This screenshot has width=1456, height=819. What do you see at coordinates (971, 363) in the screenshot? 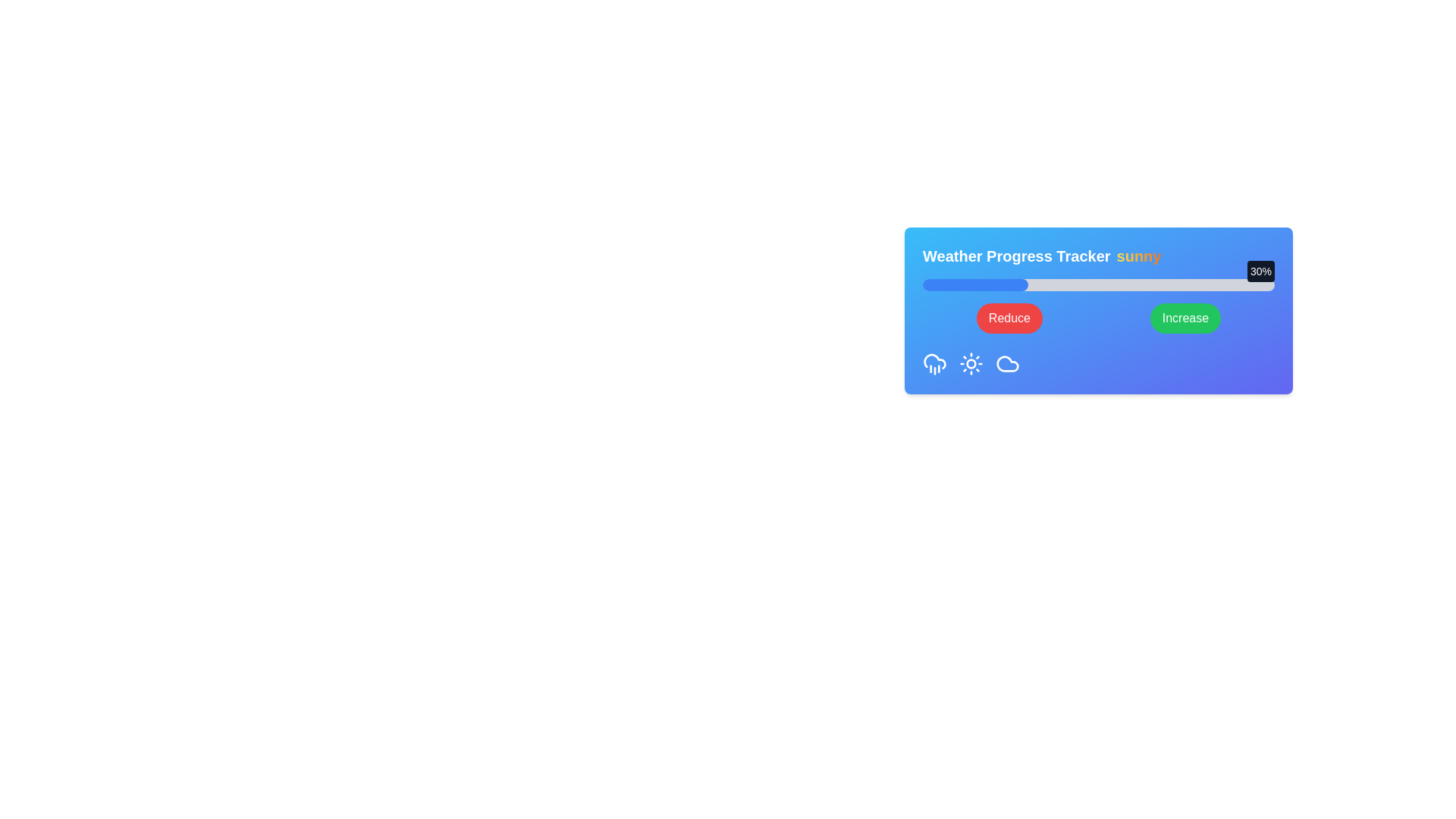
I see `the sunny weather icon, which is the second icon from the left in a horizontal arrangement of weather-related icons, to trigger the hover effect` at bounding box center [971, 363].